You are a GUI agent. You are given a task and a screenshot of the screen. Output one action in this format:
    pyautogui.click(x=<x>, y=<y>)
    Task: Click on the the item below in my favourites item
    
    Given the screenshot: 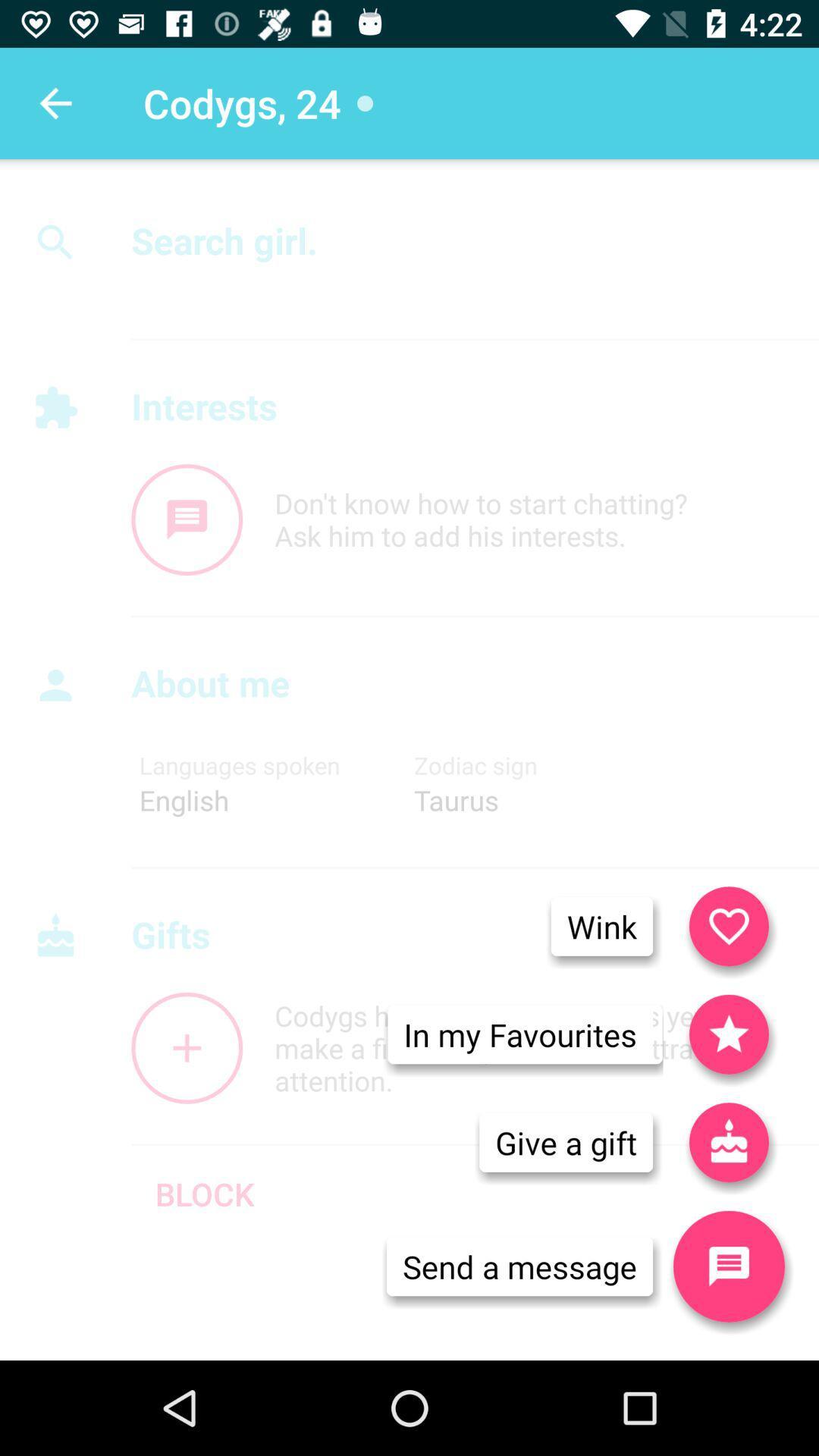 What is the action you would take?
    pyautogui.click(x=566, y=1142)
    